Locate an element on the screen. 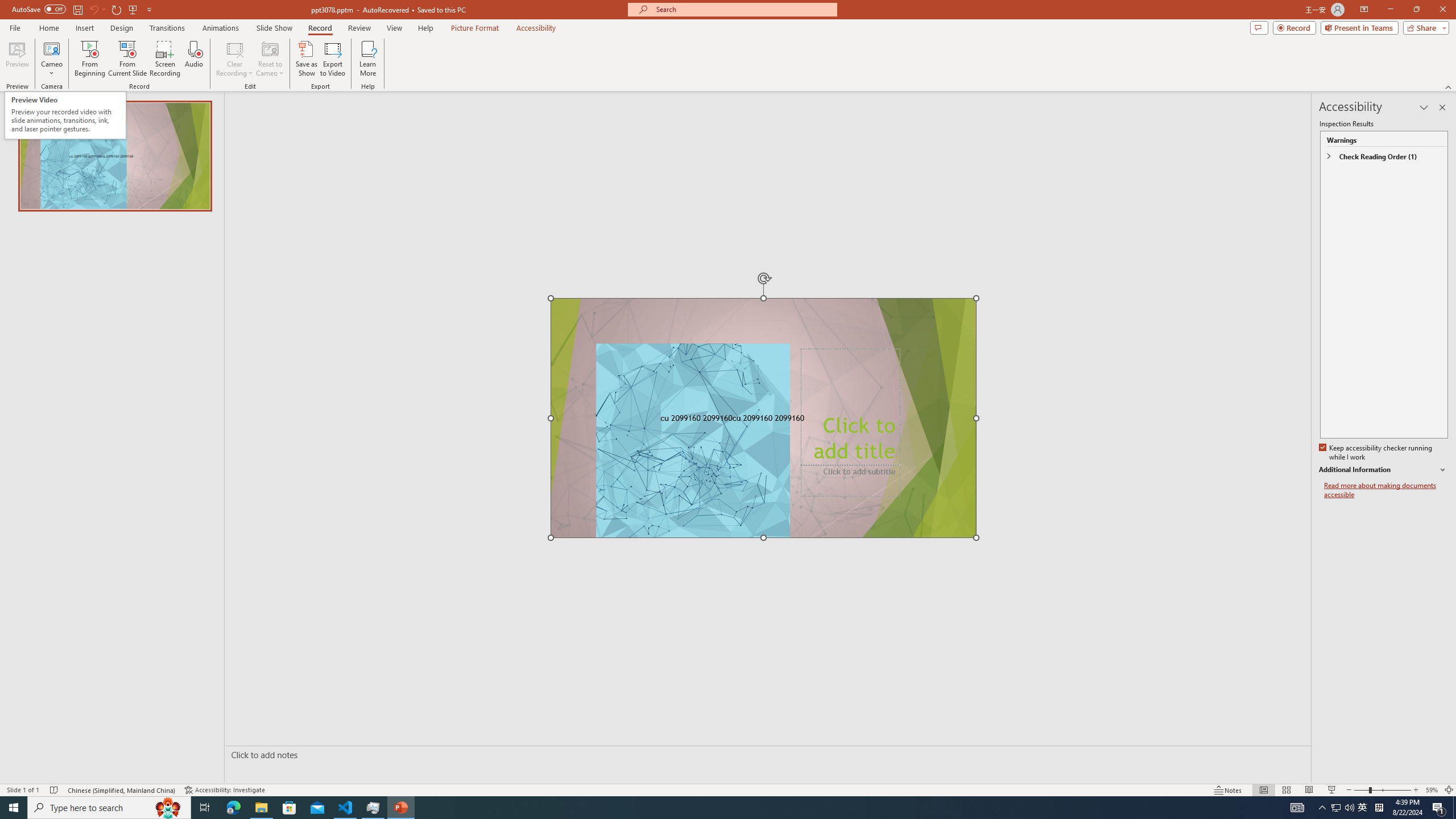  'Zoom 59%' is located at coordinates (1431, 790).